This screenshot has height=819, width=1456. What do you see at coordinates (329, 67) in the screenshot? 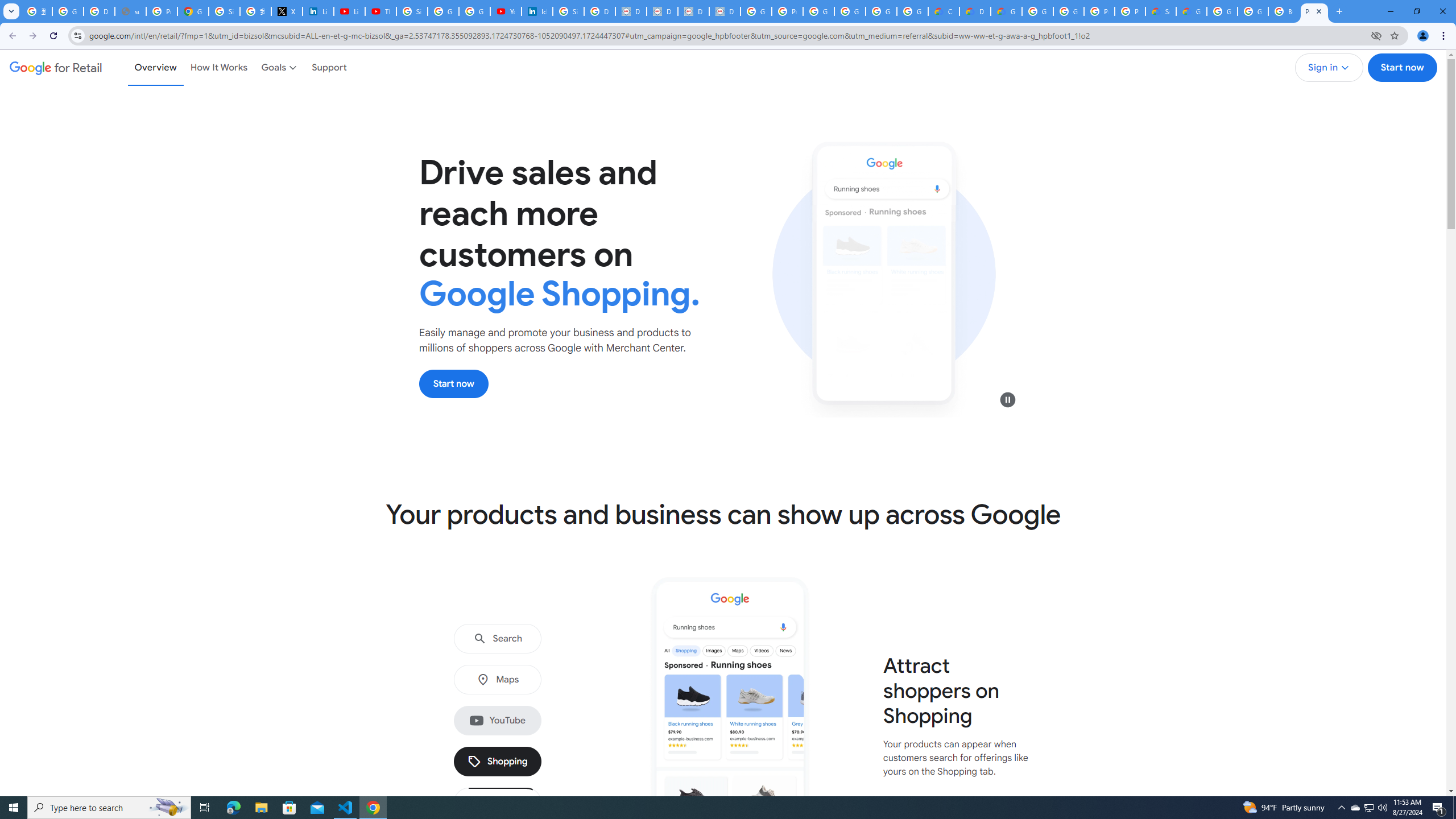
I see `'Support'` at bounding box center [329, 67].